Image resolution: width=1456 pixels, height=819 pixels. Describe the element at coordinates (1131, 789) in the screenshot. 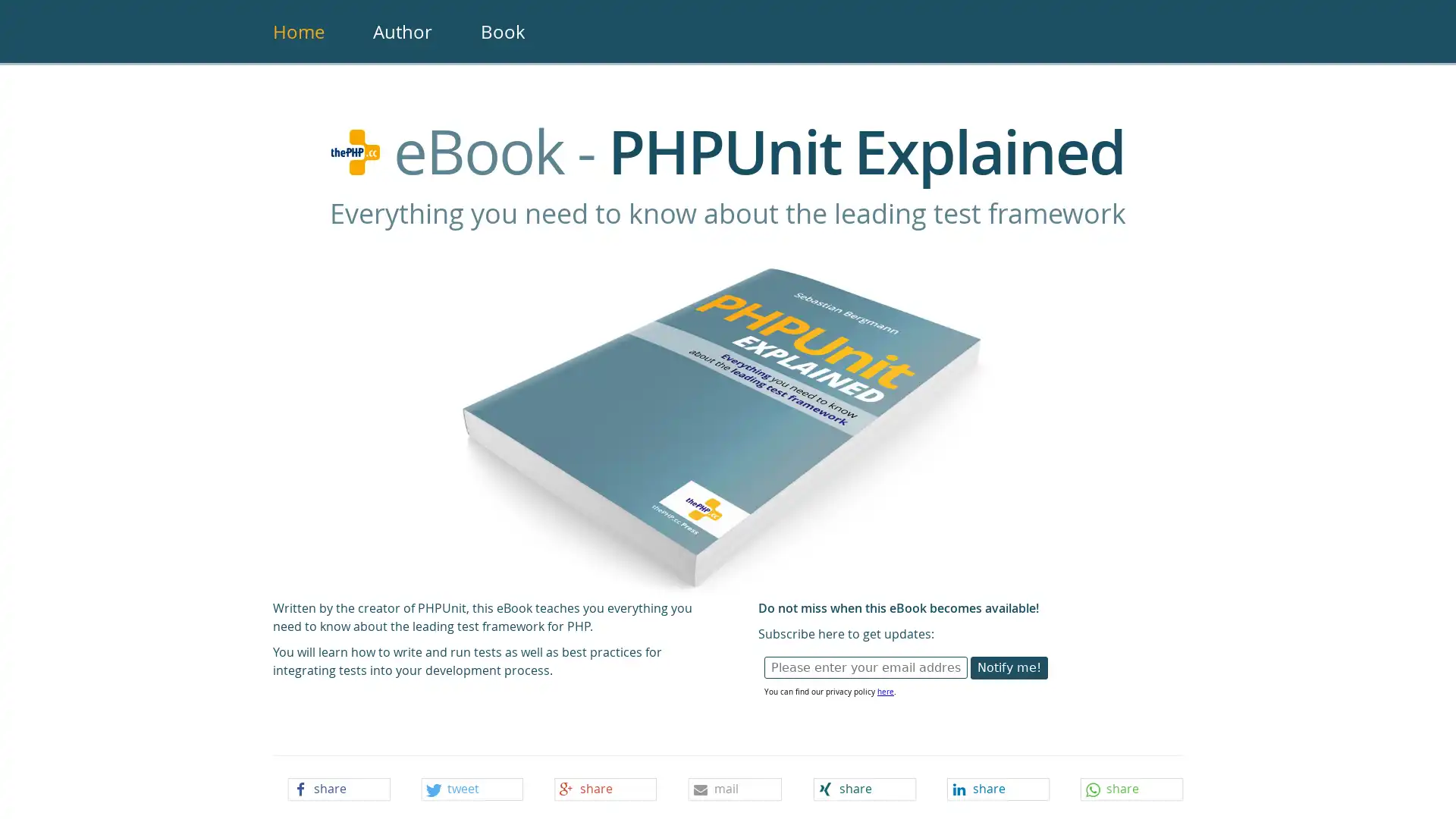

I see `Share on Whatsapp` at that location.